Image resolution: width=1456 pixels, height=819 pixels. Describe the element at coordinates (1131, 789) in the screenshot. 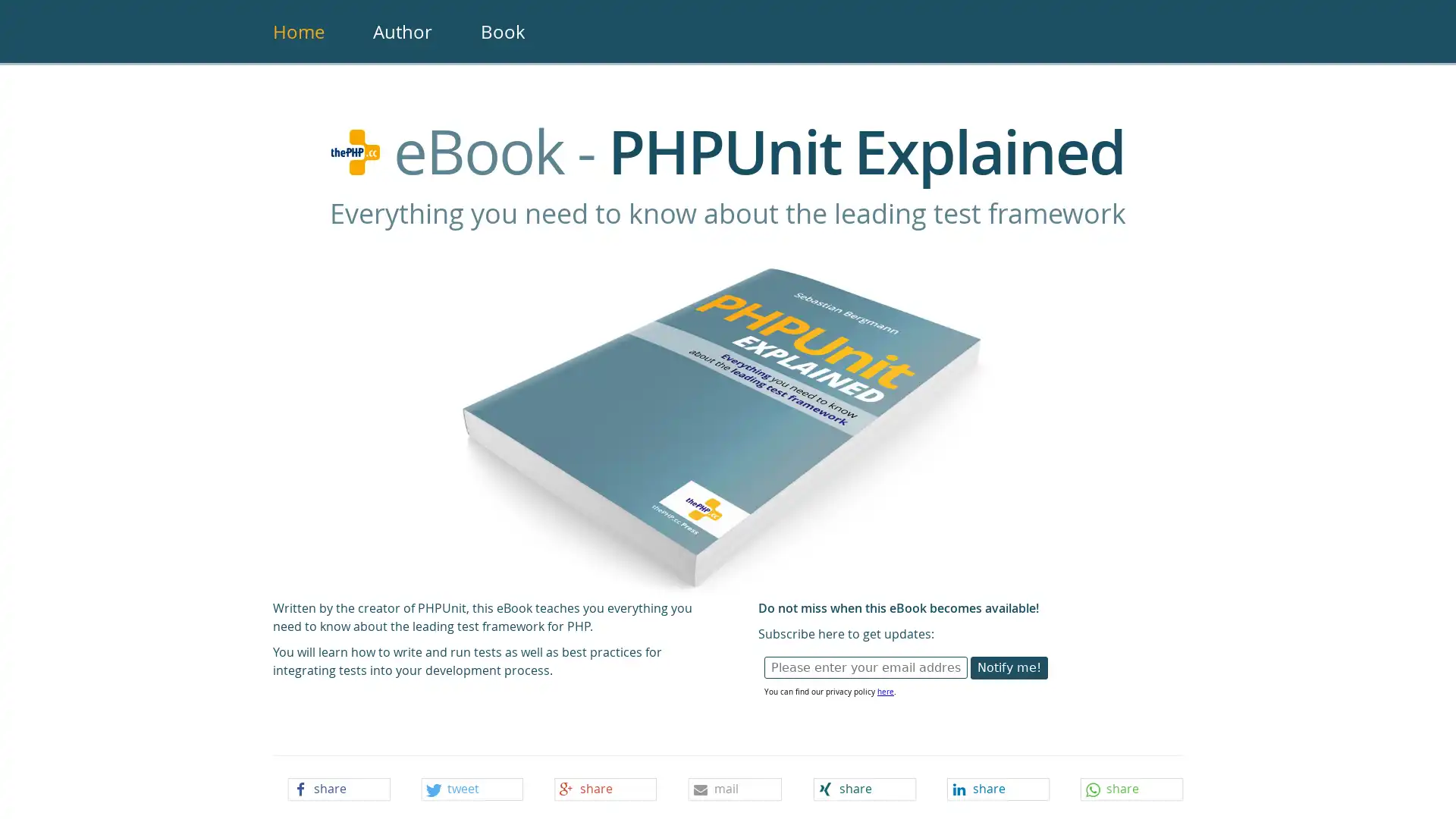

I see `Share on Whatsapp` at that location.